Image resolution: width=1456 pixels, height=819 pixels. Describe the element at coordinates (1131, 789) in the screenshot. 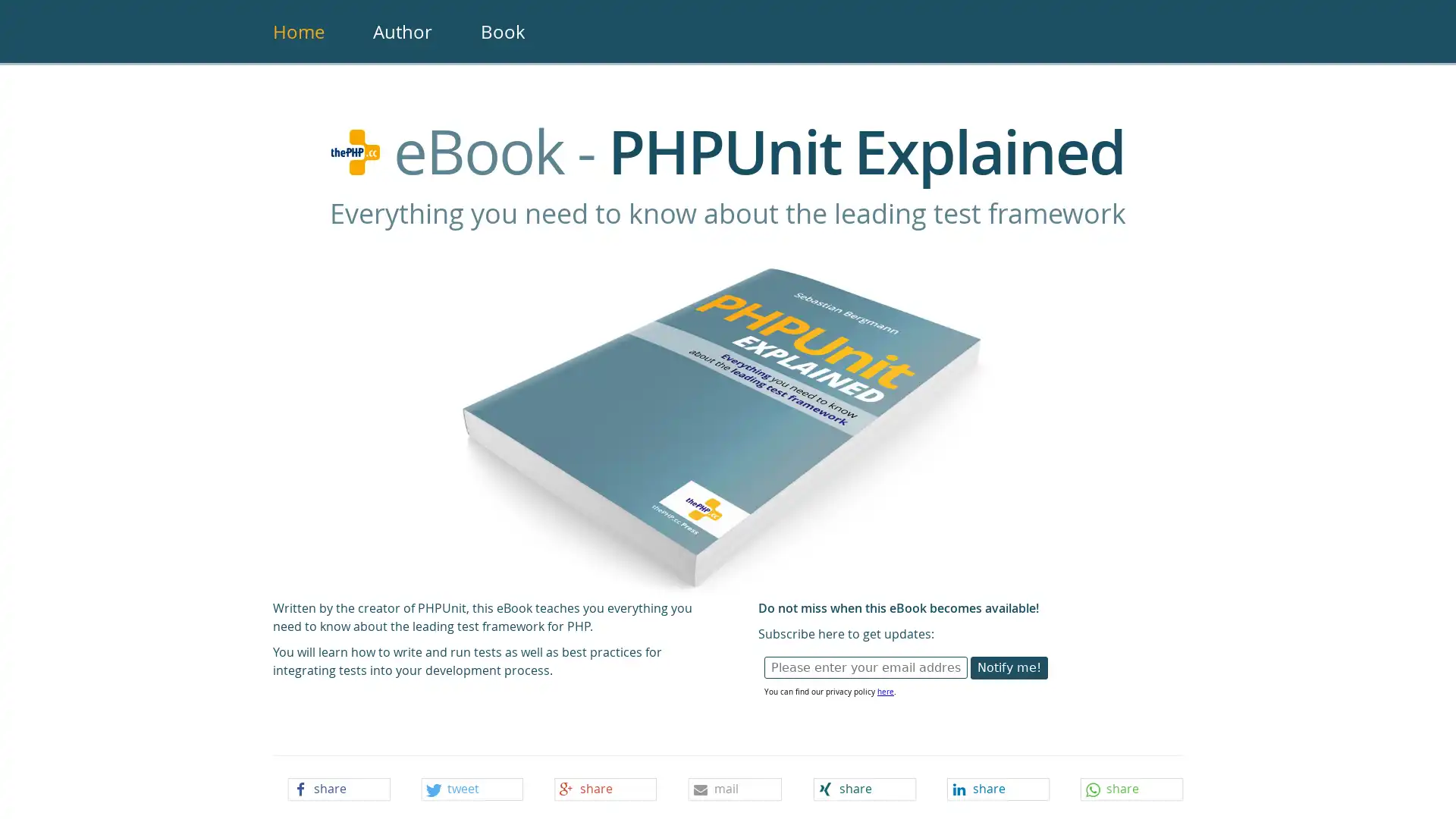

I see `Share on Whatsapp` at that location.